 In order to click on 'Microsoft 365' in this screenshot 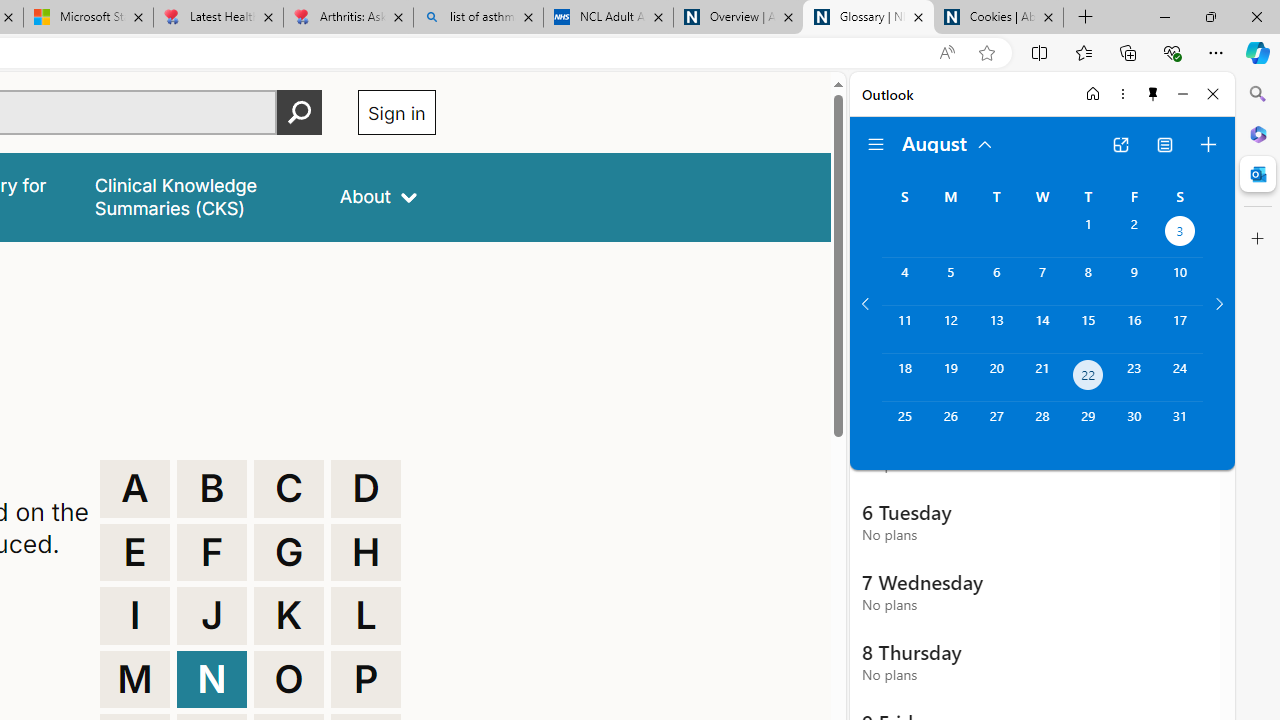, I will do `click(1257, 133)`.